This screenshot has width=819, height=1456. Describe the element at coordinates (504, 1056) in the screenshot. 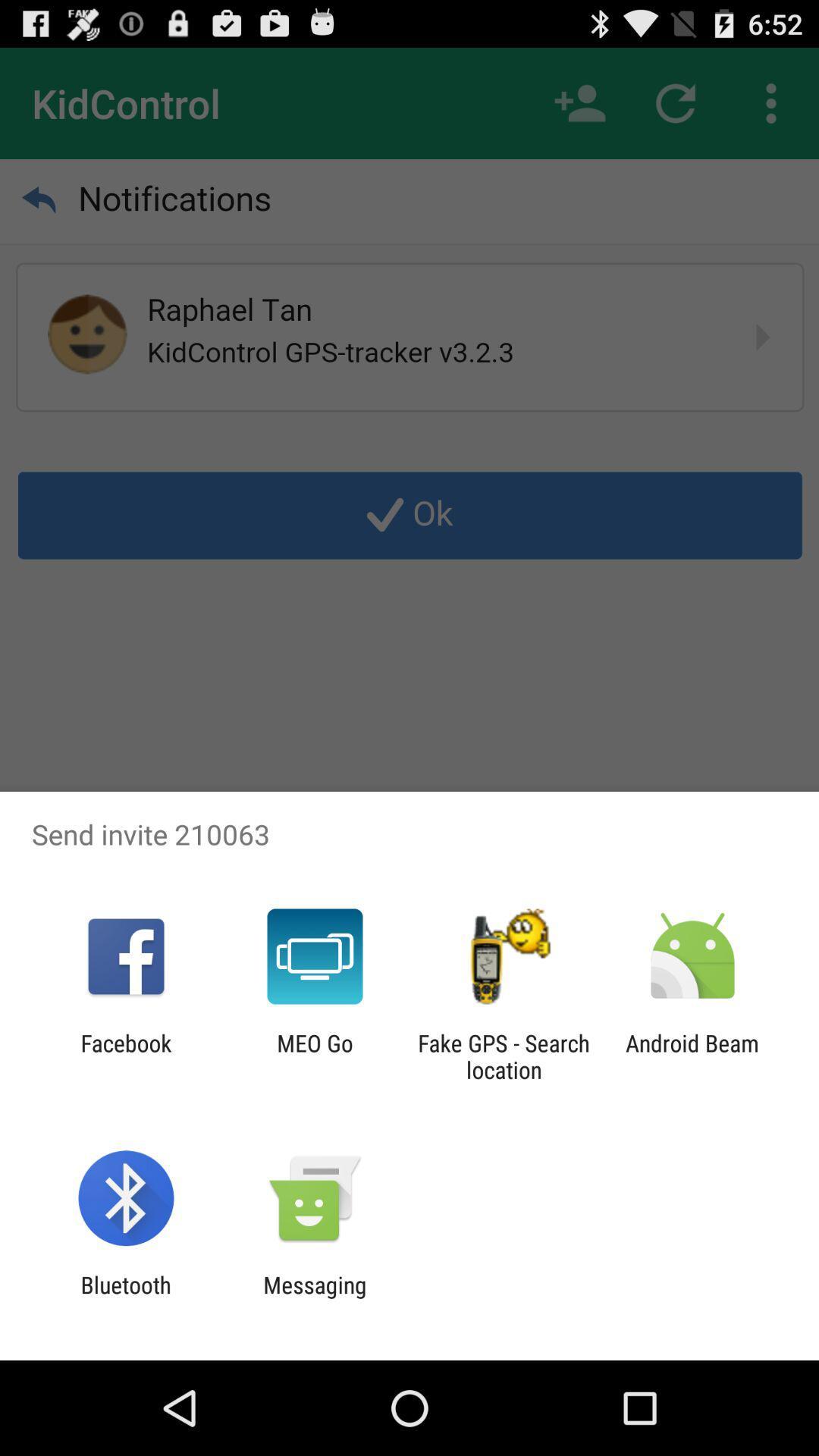

I see `item next to android beam app` at that location.